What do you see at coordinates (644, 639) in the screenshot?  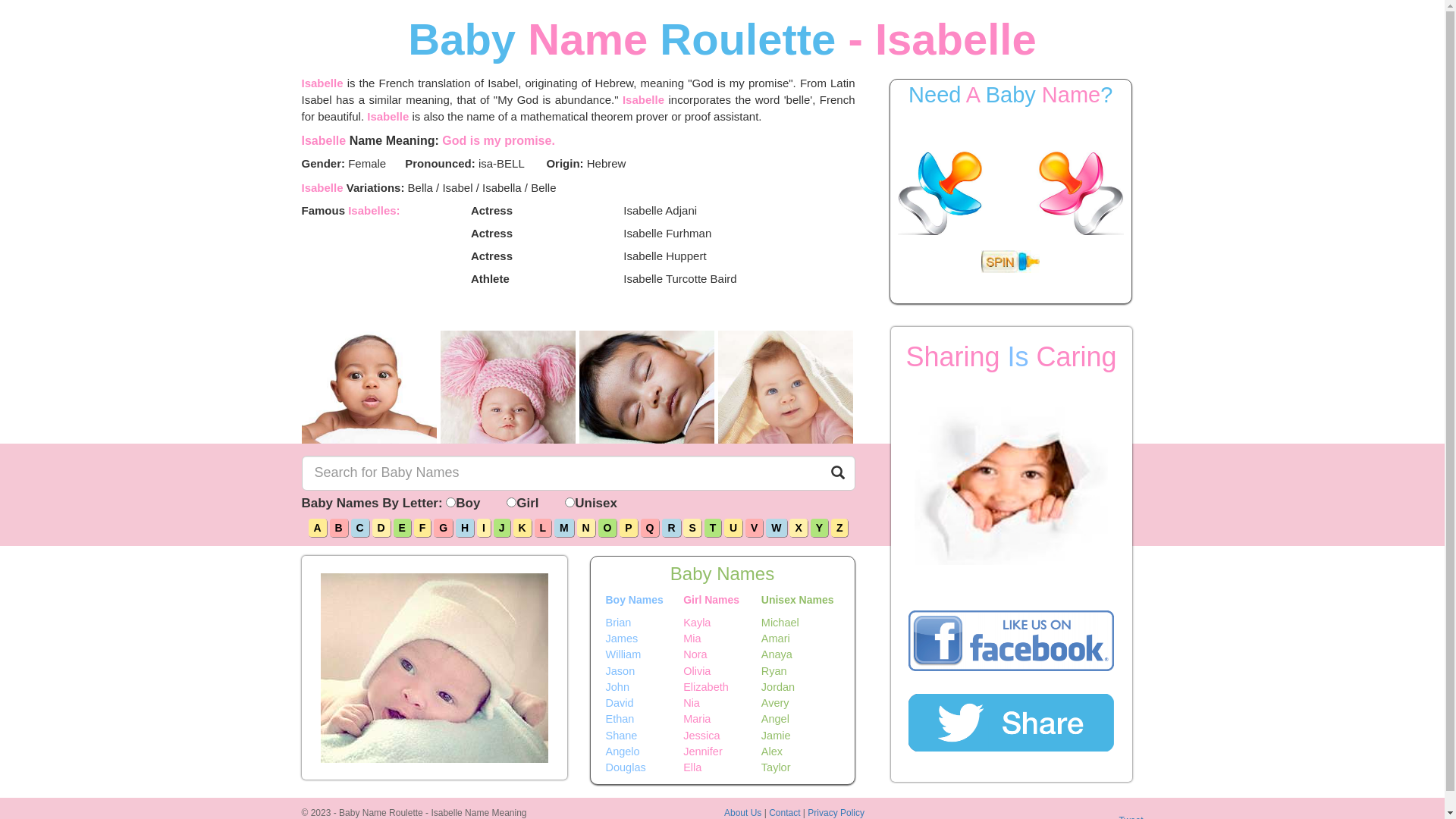 I see `'James'` at bounding box center [644, 639].